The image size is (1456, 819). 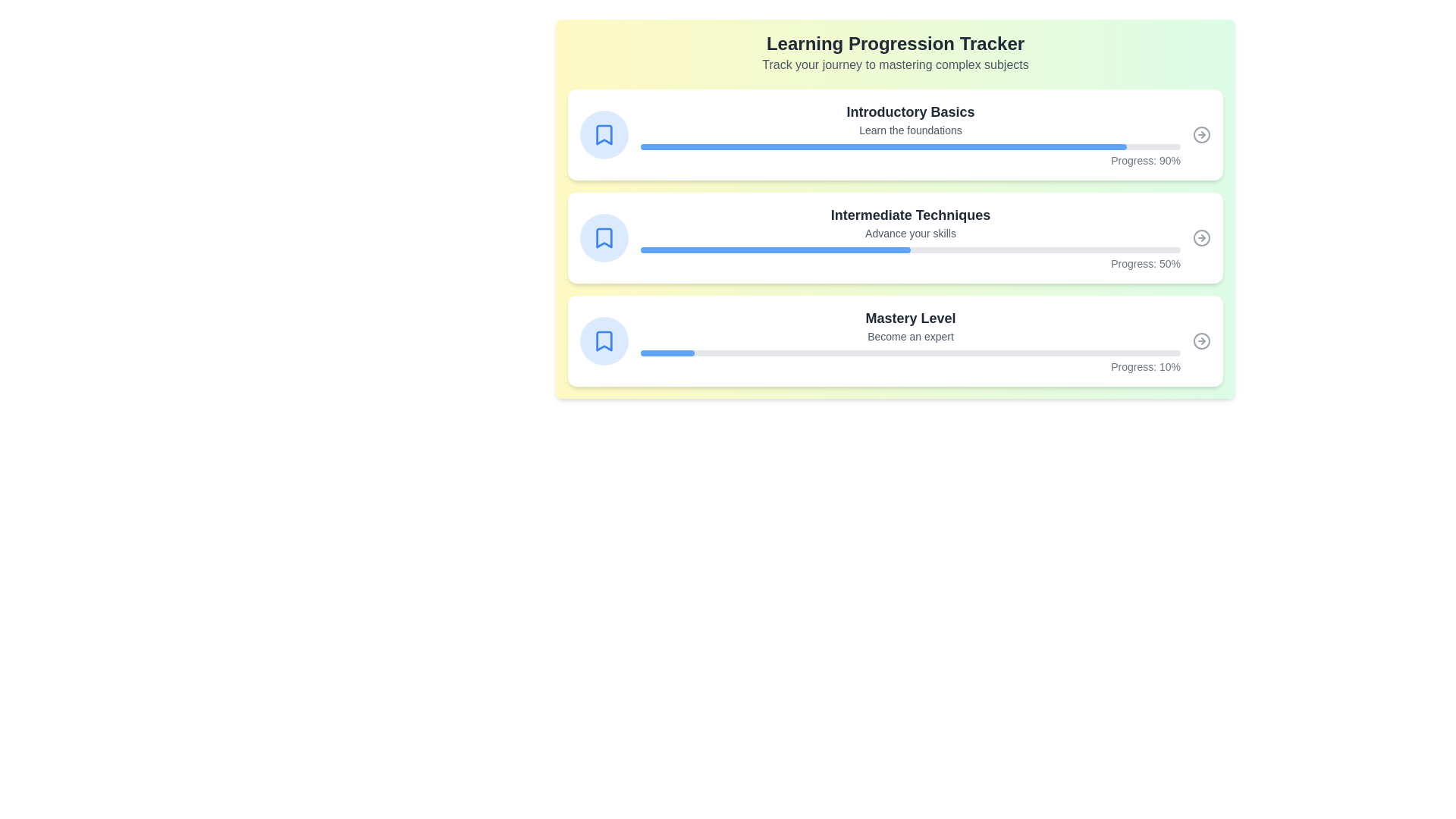 I want to click on the presence of the central circle within the arrow icon at the far-right end of the 'Mastery Level' progress bar, so click(x=1200, y=341).